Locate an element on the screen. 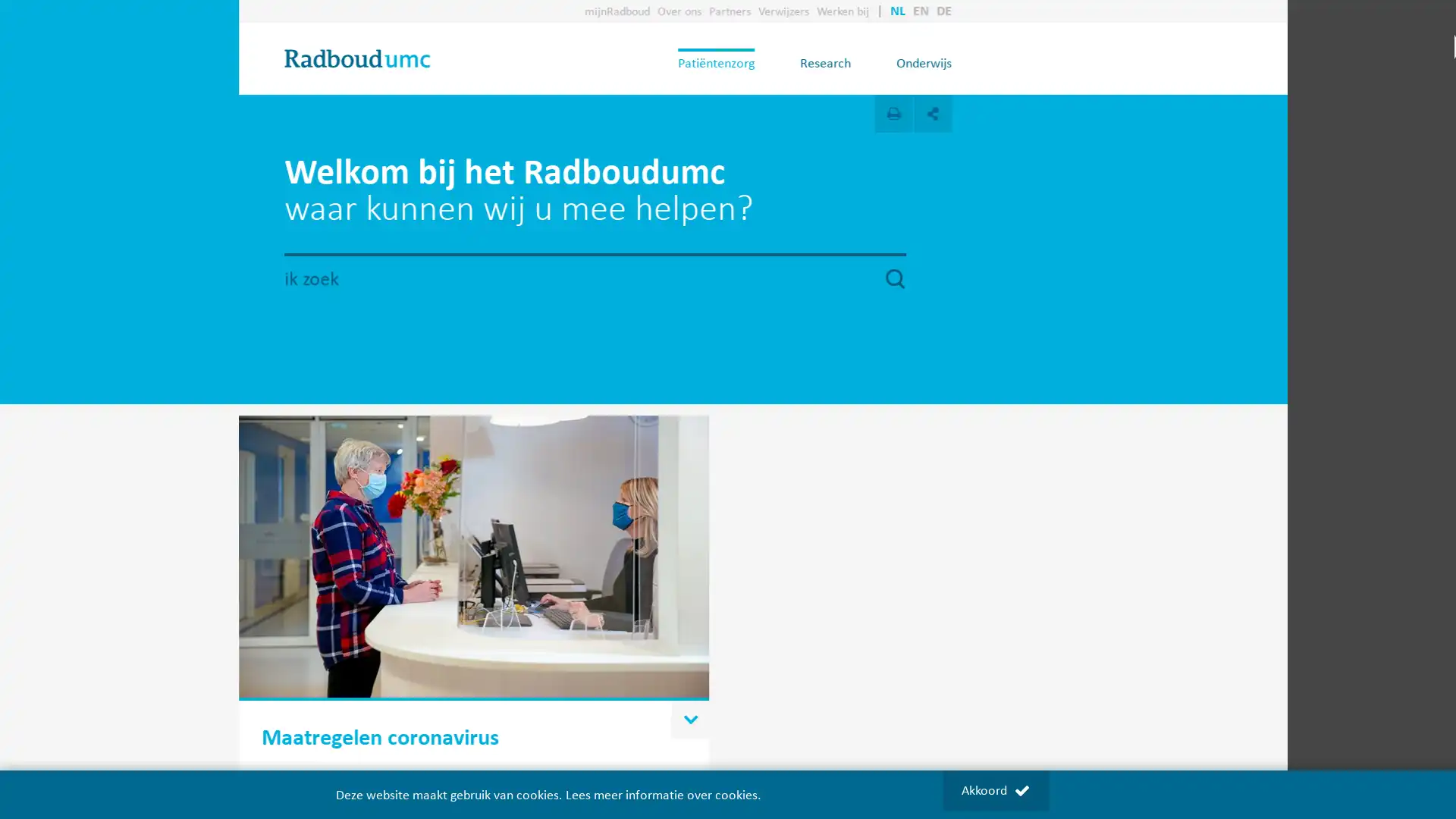 Image resolution: width=1456 pixels, height=819 pixels. Onderwijs is located at coordinates (1021, 62).